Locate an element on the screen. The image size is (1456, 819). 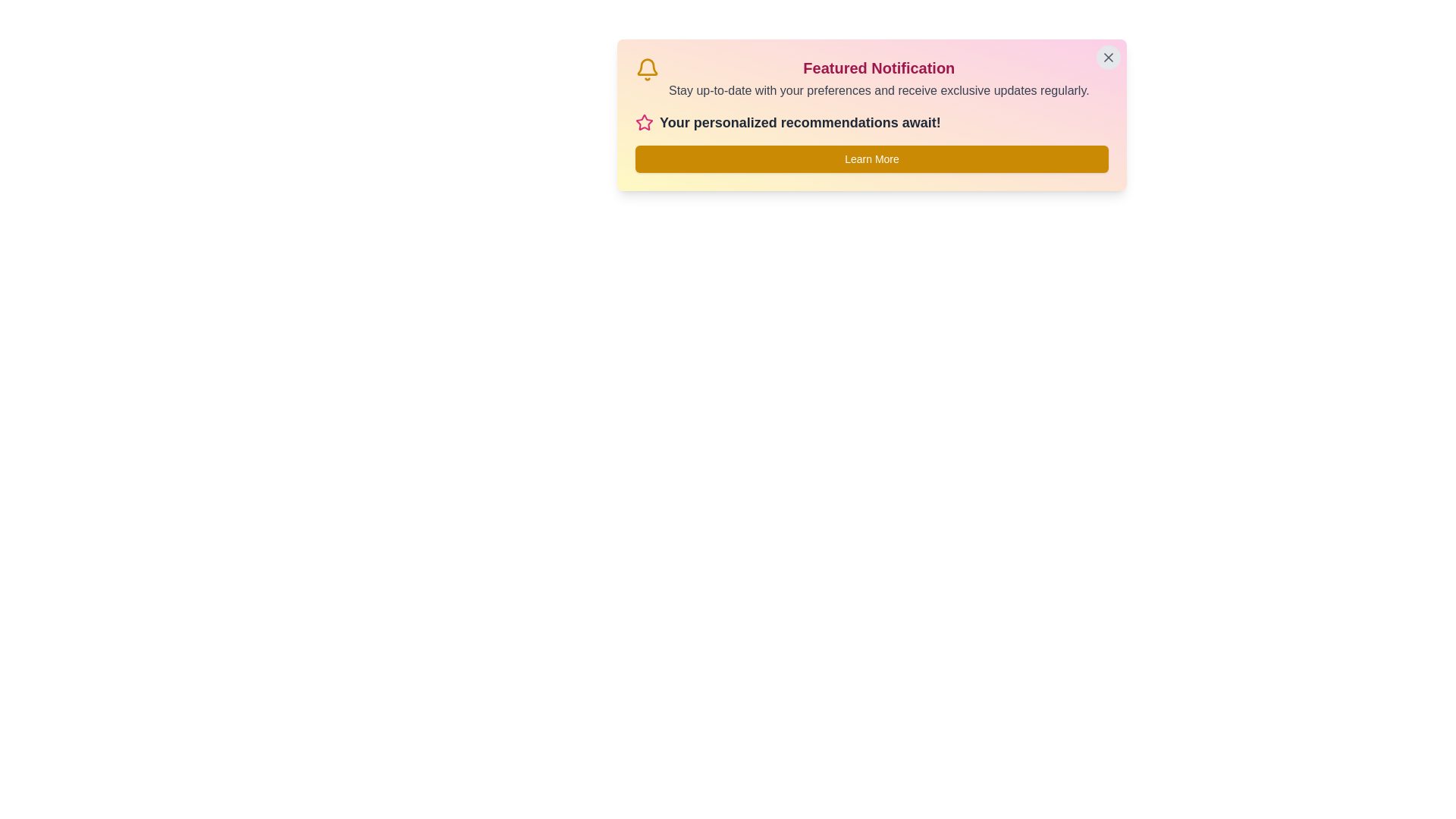
the close button to dismiss the notification is located at coordinates (1109, 57).